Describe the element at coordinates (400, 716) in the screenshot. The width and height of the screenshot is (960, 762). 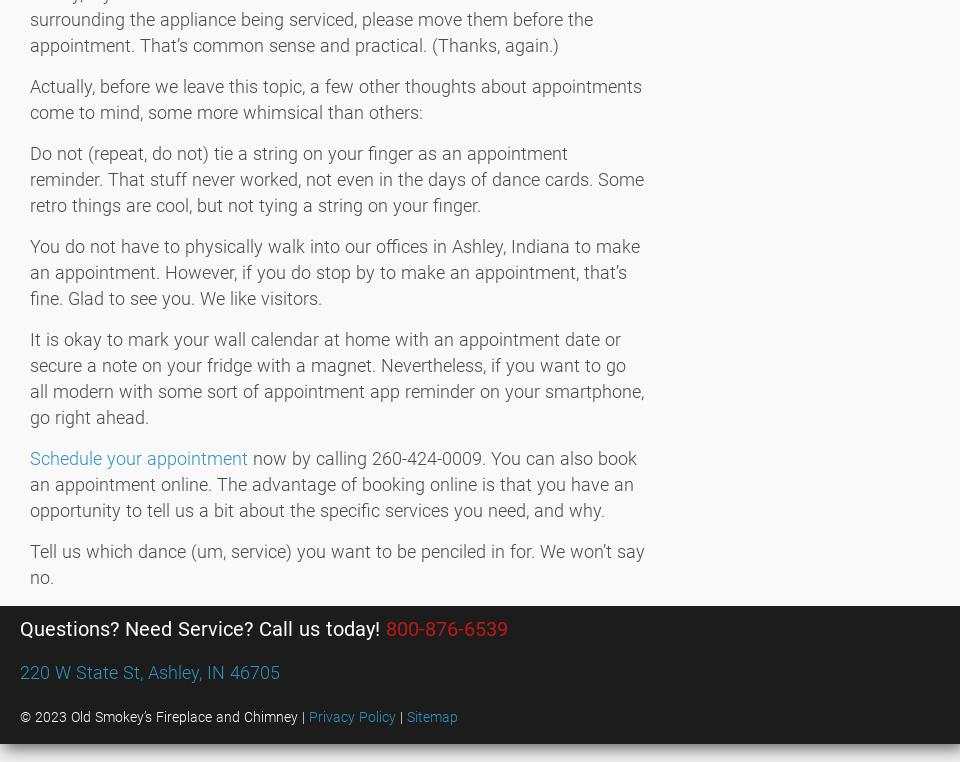
I see `'|'` at that location.